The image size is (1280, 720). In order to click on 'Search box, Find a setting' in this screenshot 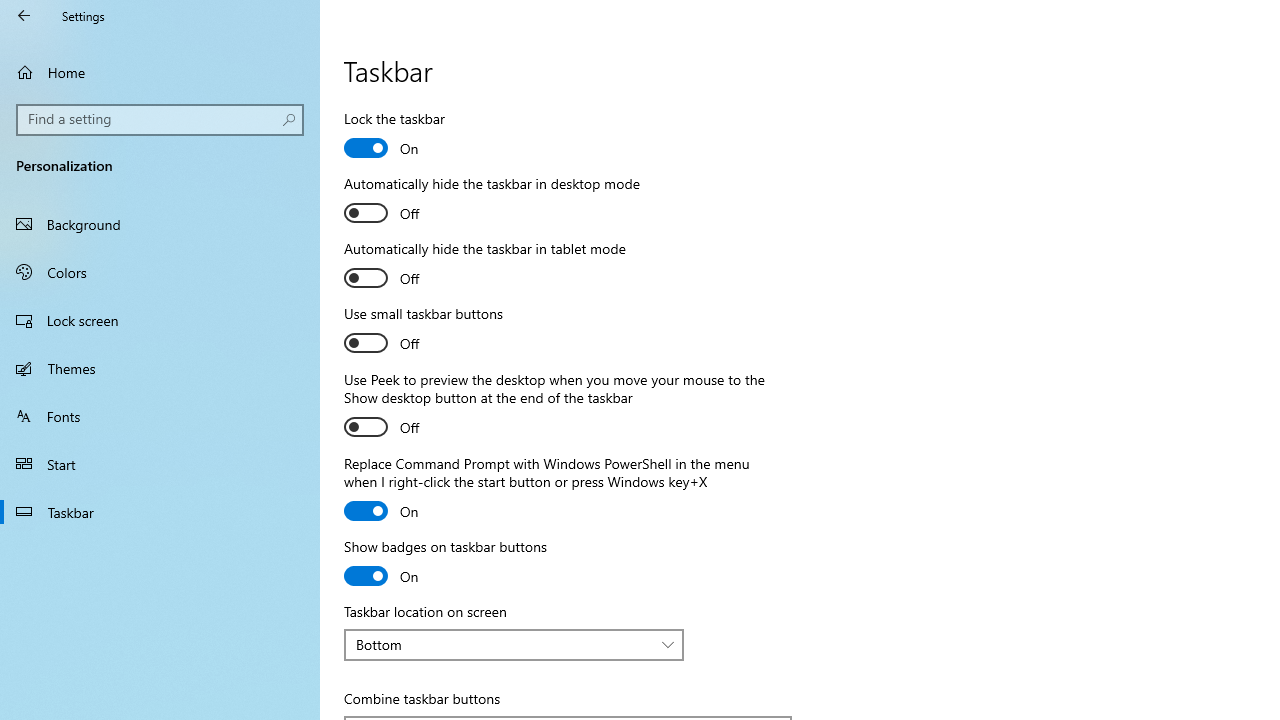, I will do `click(160, 119)`.